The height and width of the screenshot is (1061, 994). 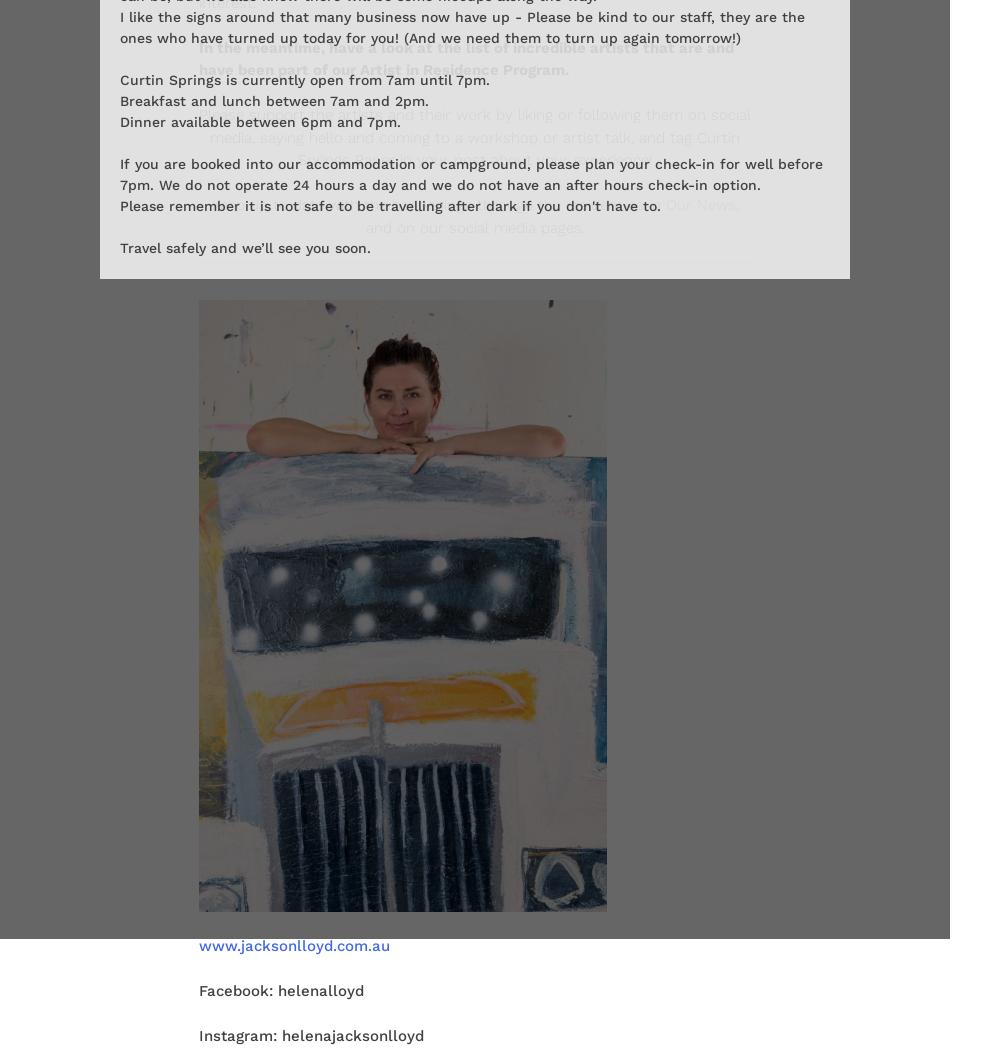 What do you see at coordinates (245, 246) in the screenshot?
I see `'Travel safely and we’ll see you soon.'` at bounding box center [245, 246].